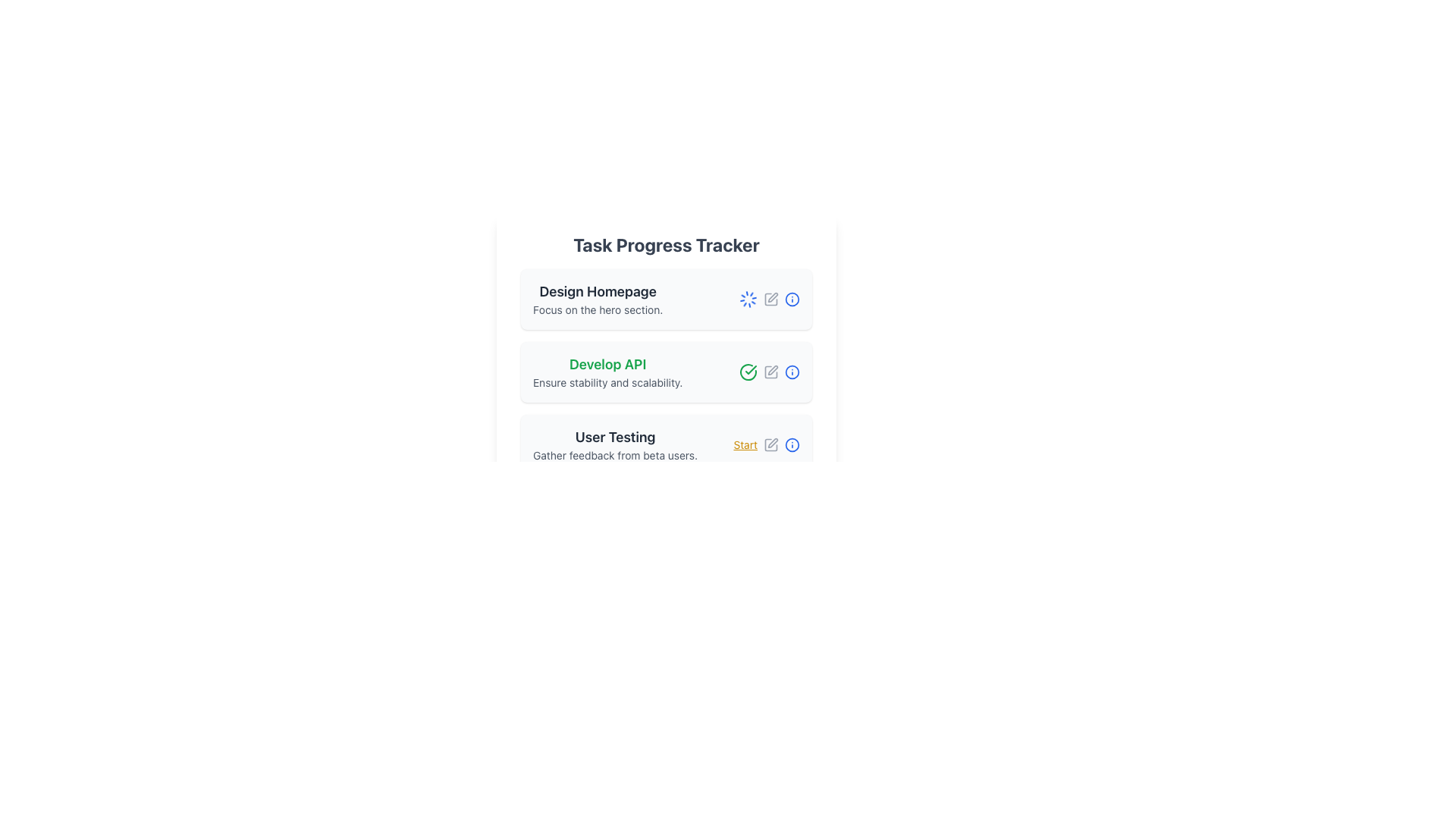 The width and height of the screenshot is (1456, 819). What do you see at coordinates (767, 444) in the screenshot?
I see `the interactive hyperlink text located in the bottom-right corner of the 'User Testing' card` at bounding box center [767, 444].